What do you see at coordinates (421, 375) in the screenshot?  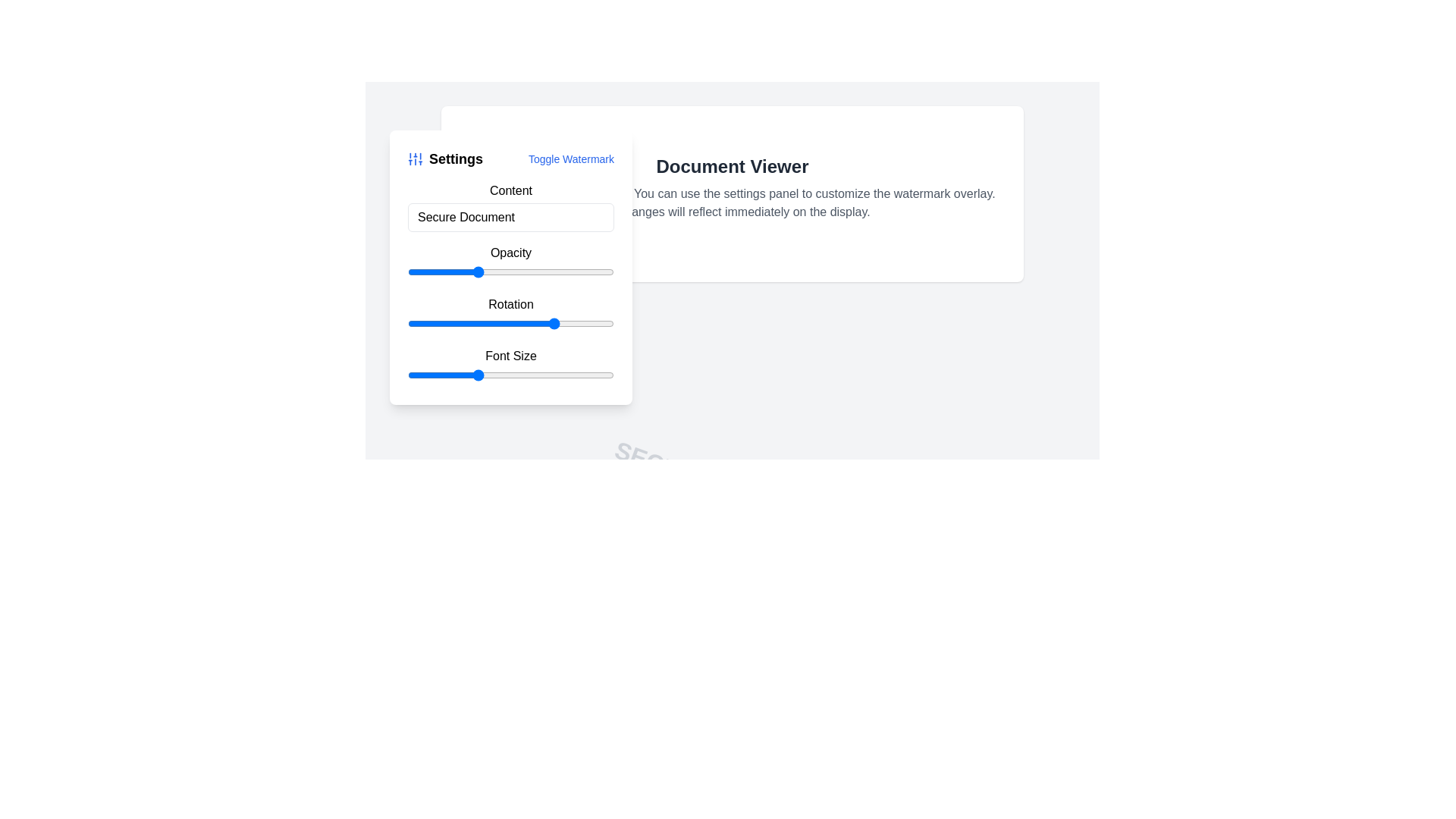 I see `the font size` at bounding box center [421, 375].